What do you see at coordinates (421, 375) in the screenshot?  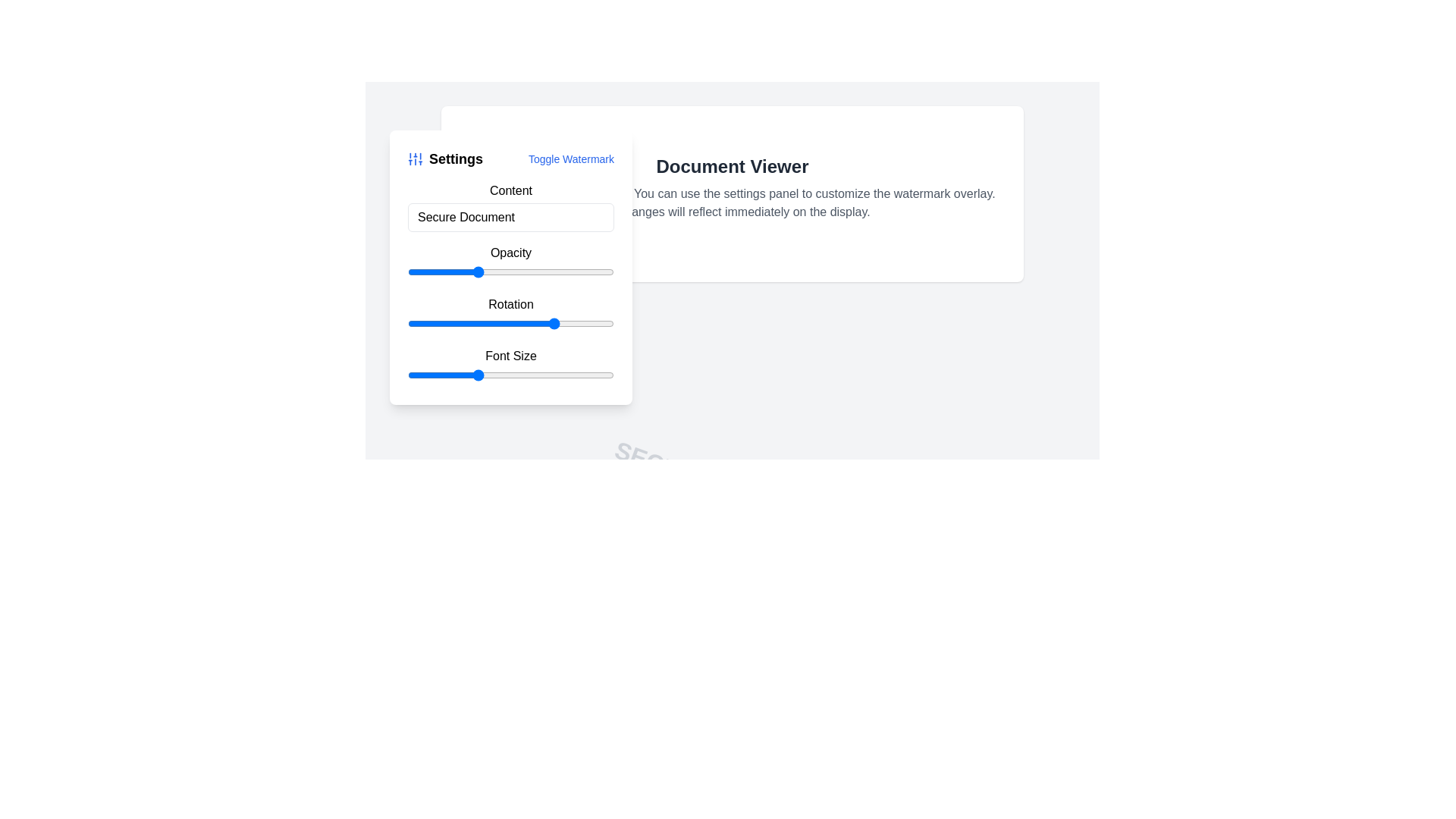 I see `the font size` at bounding box center [421, 375].